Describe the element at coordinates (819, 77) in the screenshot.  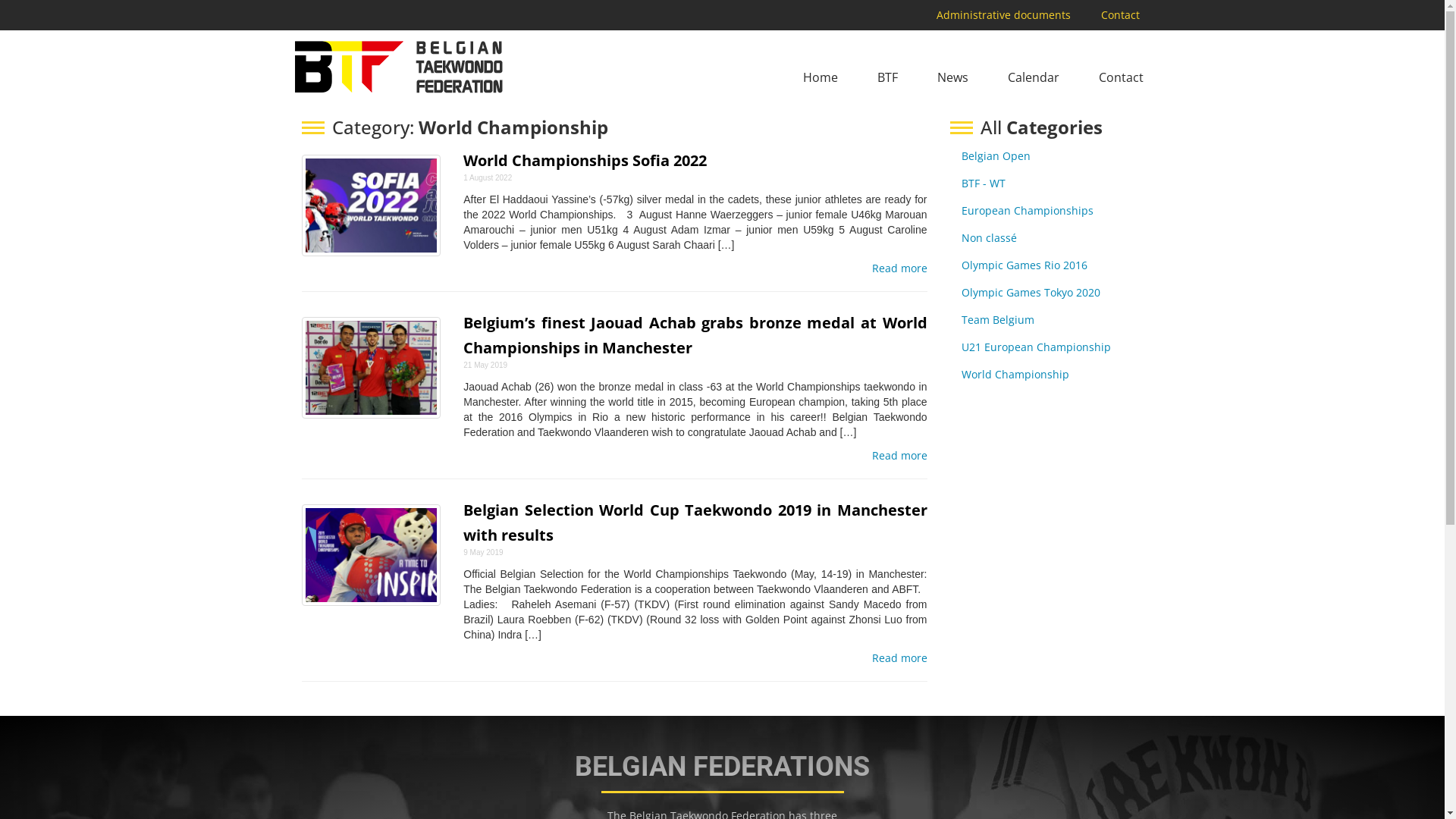
I see `'Home'` at that location.